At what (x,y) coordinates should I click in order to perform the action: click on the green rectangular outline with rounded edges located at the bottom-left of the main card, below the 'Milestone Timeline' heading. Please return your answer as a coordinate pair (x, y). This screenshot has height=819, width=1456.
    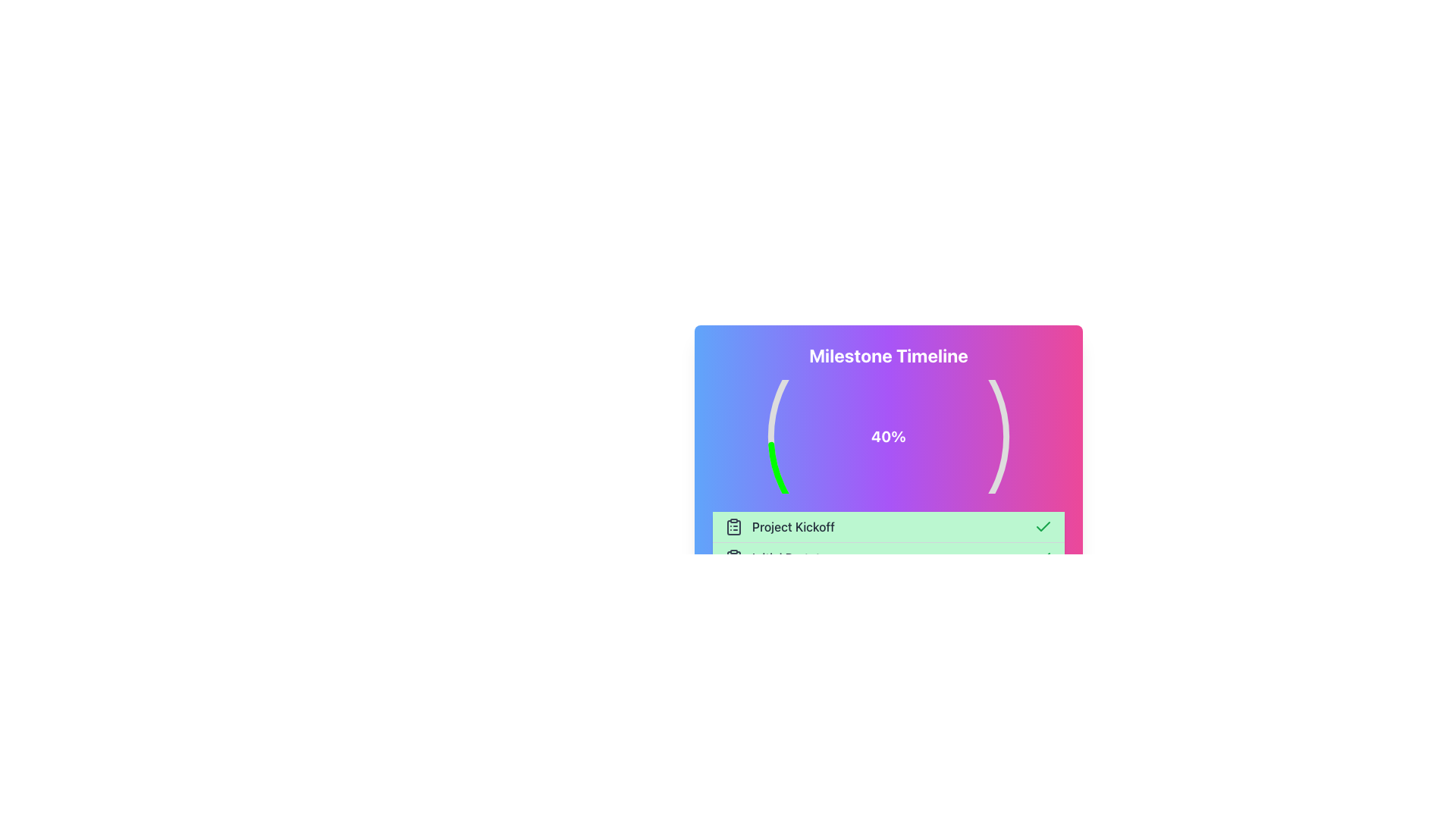
    Looking at the image, I should click on (734, 526).